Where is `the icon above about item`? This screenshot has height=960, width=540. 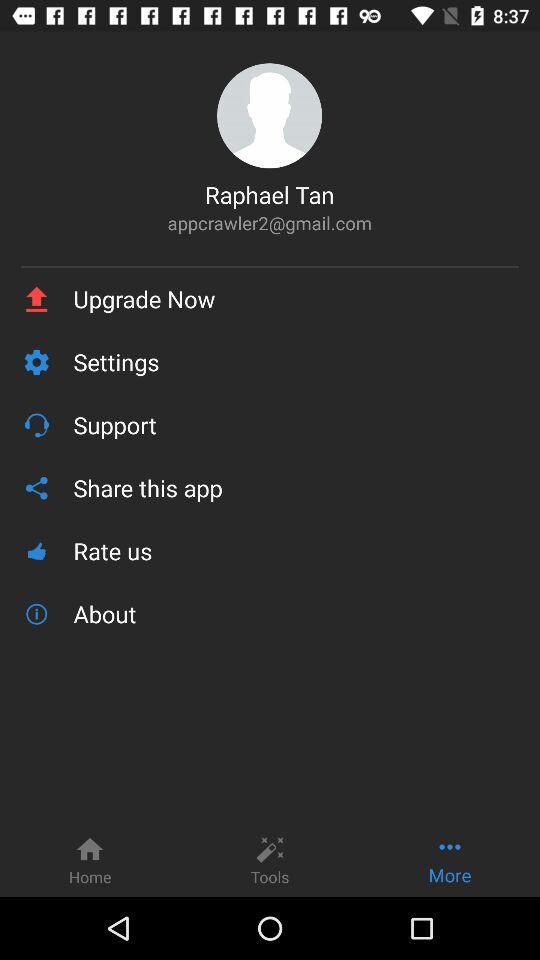 the icon above about item is located at coordinates (295, 551).